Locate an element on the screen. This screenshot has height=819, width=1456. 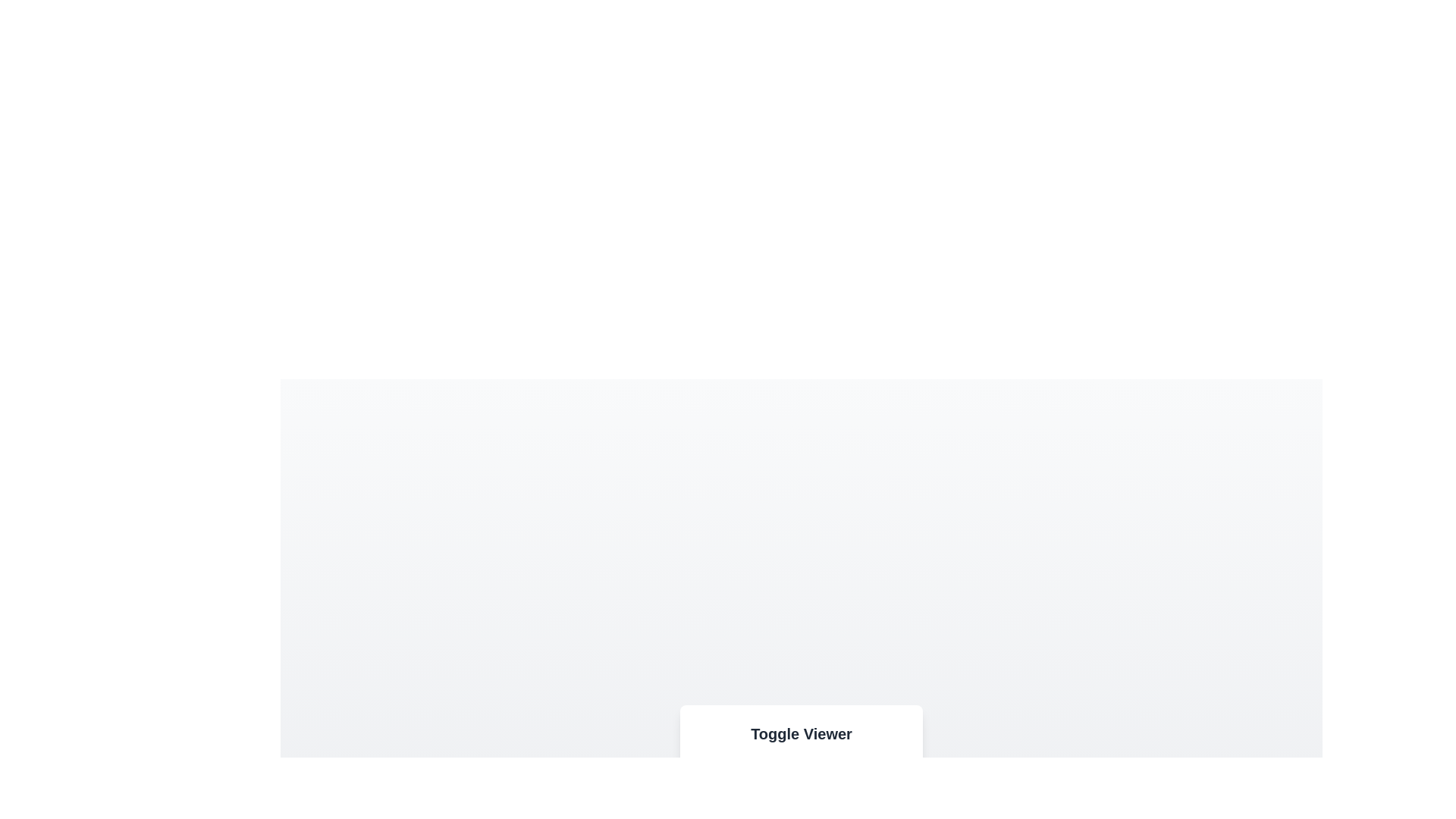
the option Video from the toggle button is located at coordinates (783, 789).